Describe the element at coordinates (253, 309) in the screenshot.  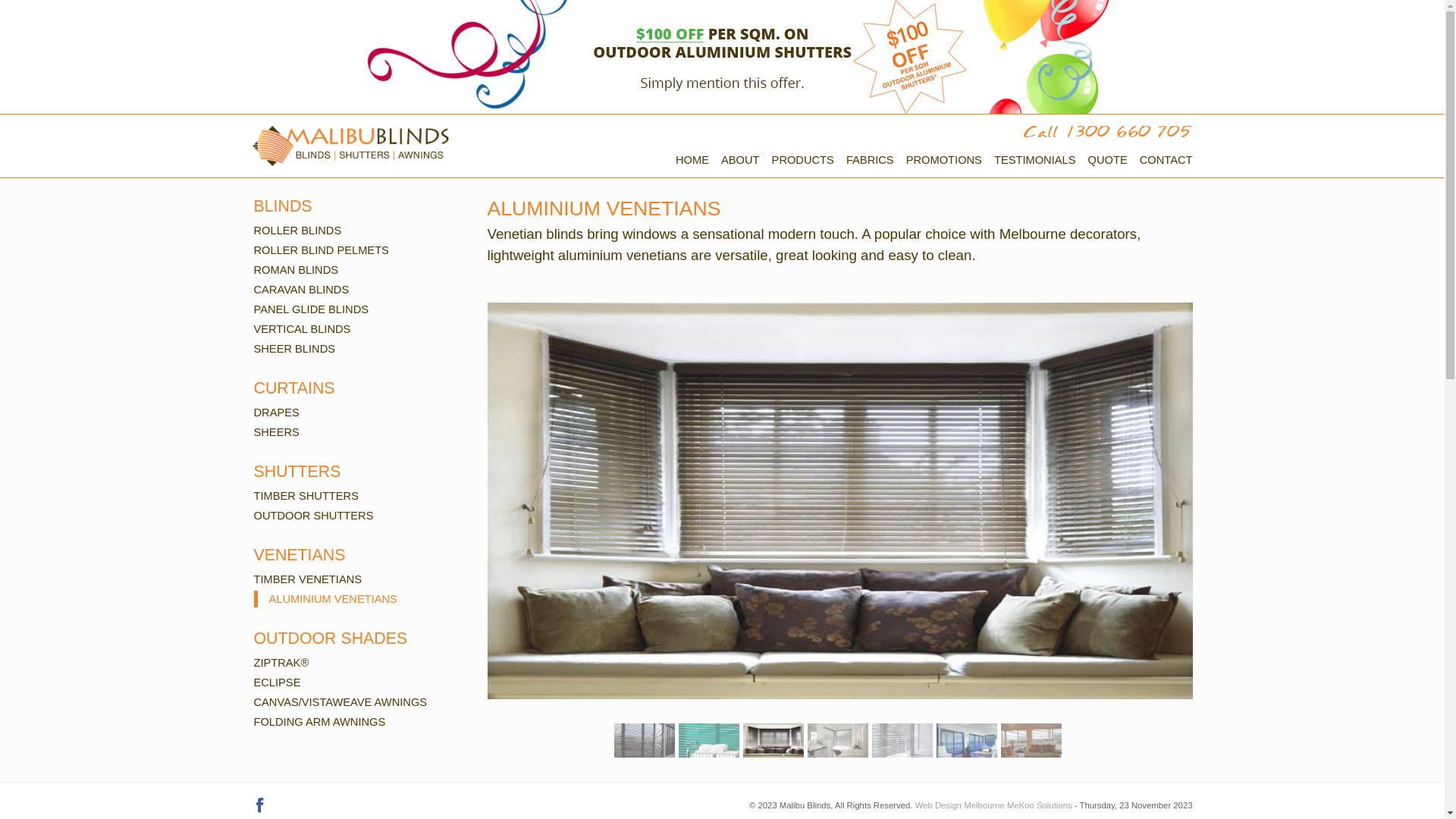
I see `'PANEL GLIDE BLINDS'` at that location.